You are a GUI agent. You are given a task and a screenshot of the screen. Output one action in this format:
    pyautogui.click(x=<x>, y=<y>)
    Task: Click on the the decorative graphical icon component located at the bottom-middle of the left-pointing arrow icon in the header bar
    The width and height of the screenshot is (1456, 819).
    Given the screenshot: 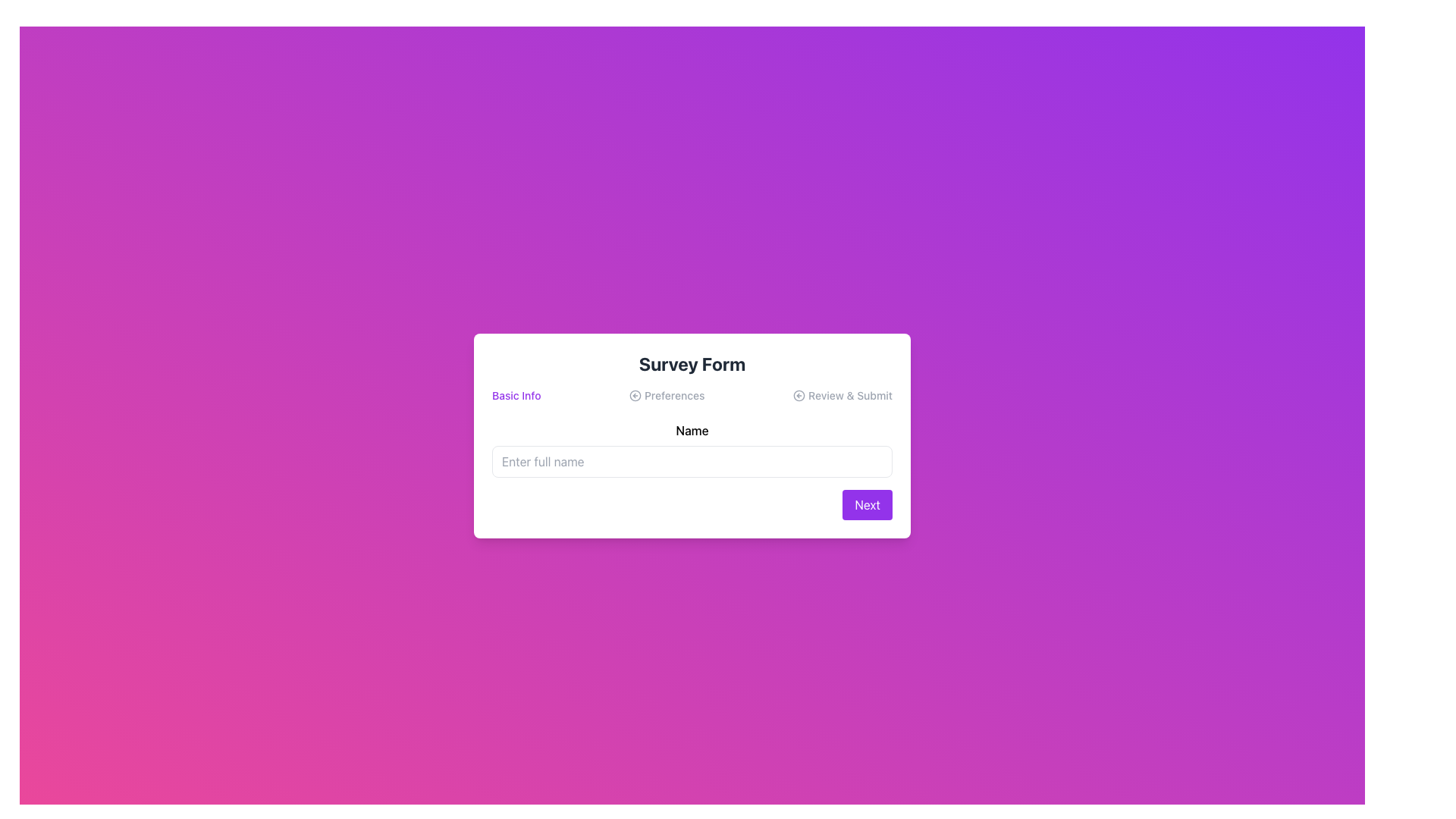 What is the action you would take?
    pyautogui.click(x=799, y=394)
    